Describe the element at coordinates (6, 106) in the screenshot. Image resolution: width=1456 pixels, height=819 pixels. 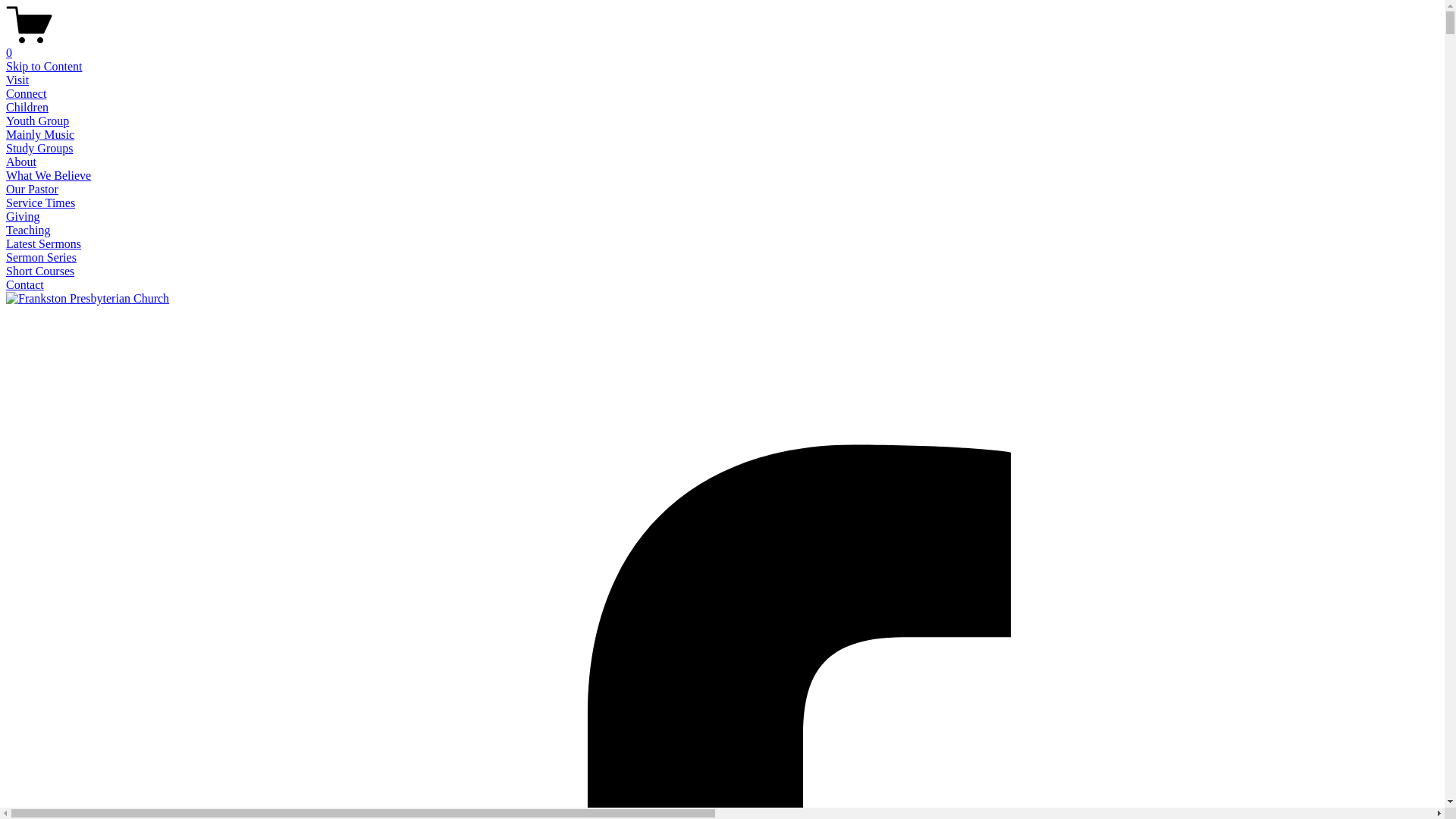
I see `'Children'` at that location.